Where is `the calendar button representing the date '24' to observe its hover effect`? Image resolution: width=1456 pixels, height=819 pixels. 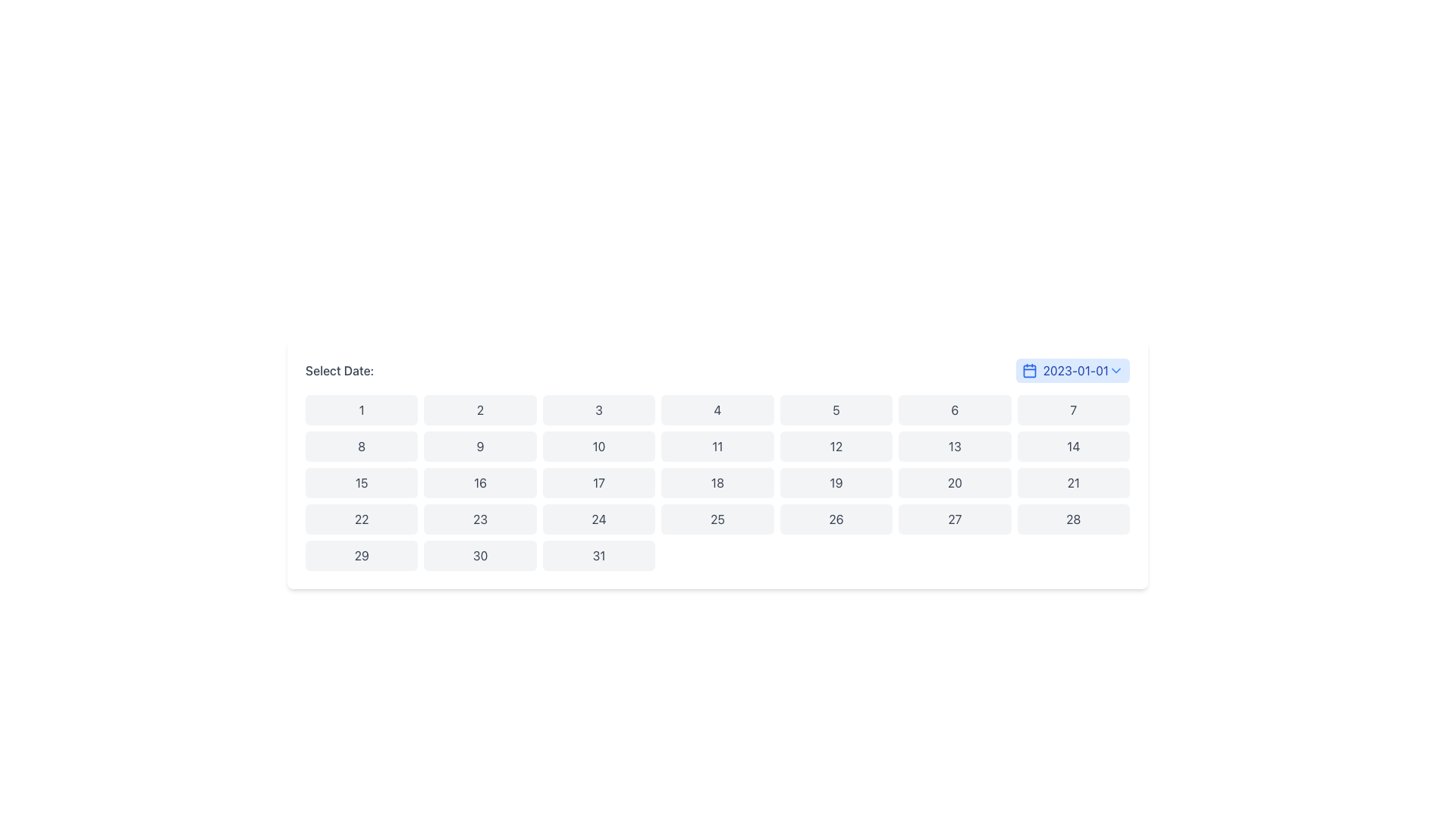
the calendar button representing the date '24' to observe its hover effect is located at coordinates (598, 519).